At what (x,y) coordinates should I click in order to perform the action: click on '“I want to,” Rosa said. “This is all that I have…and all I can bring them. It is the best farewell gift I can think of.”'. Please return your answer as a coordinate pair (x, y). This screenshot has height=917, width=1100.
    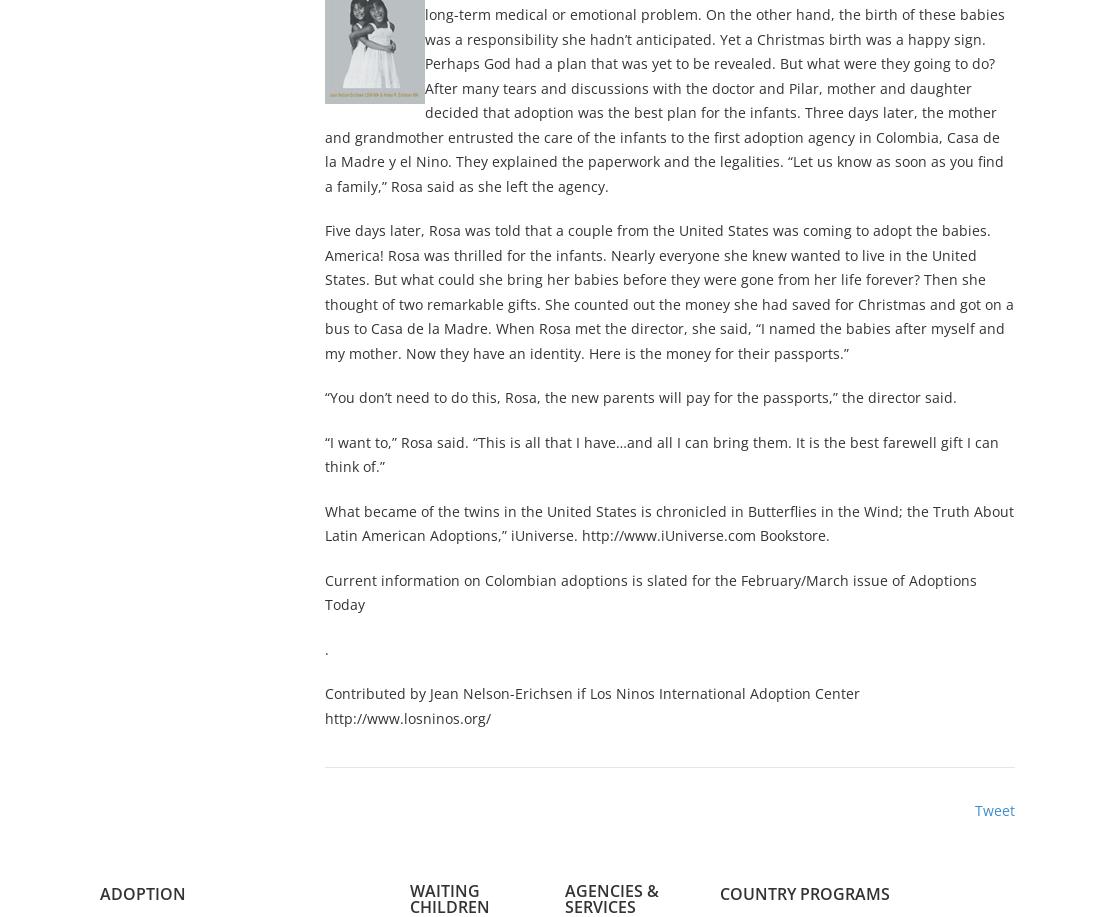
    Looking at the image, I should click on (661, 454).